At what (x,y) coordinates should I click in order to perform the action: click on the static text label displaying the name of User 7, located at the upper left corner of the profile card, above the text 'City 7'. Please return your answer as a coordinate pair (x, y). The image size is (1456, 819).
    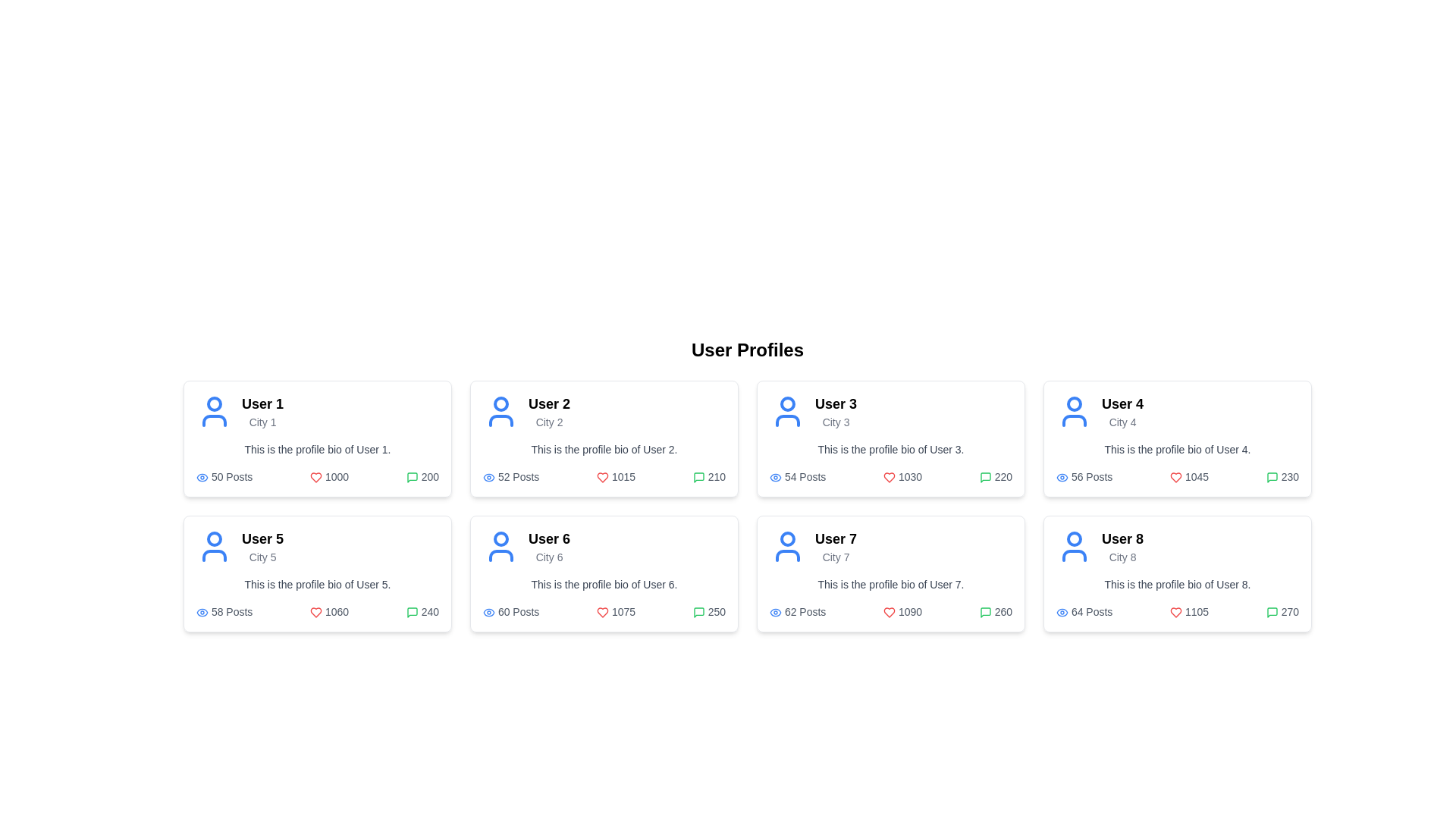
    Looking at the image, I should click on (835, 538).